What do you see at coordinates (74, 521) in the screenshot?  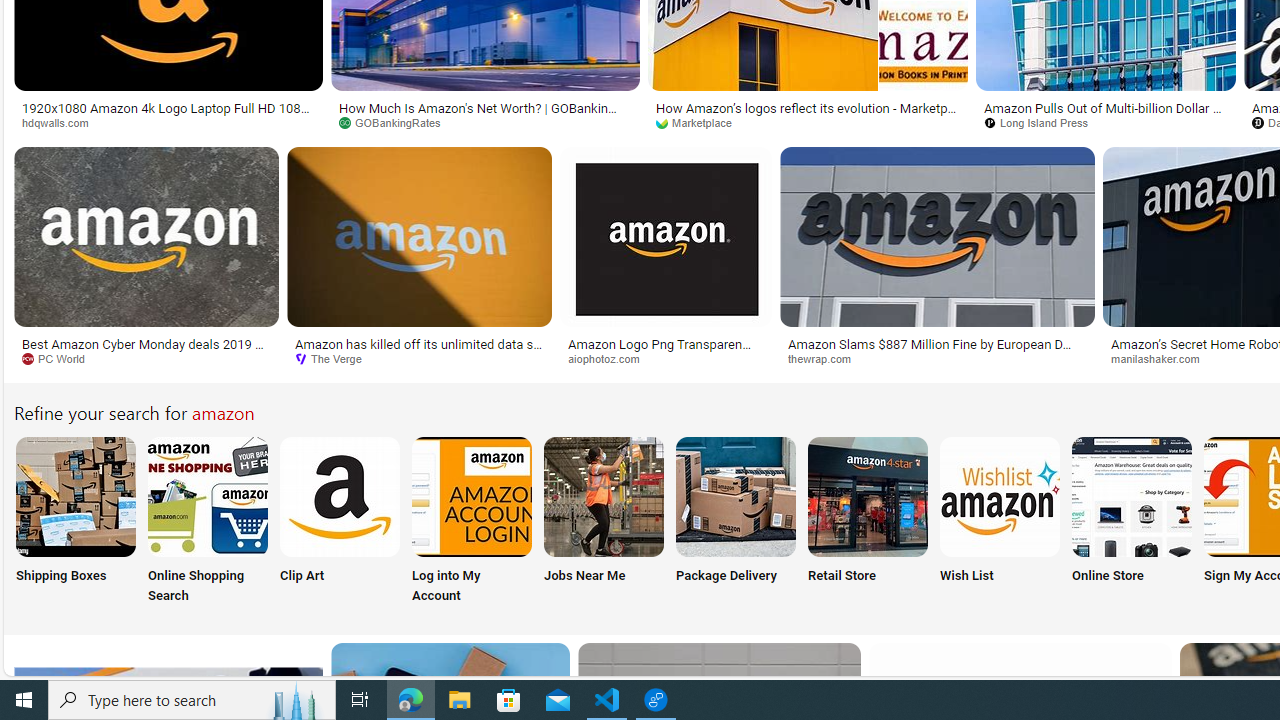 I see `'Shipping Boxes'` at bounding box center [74, 521].